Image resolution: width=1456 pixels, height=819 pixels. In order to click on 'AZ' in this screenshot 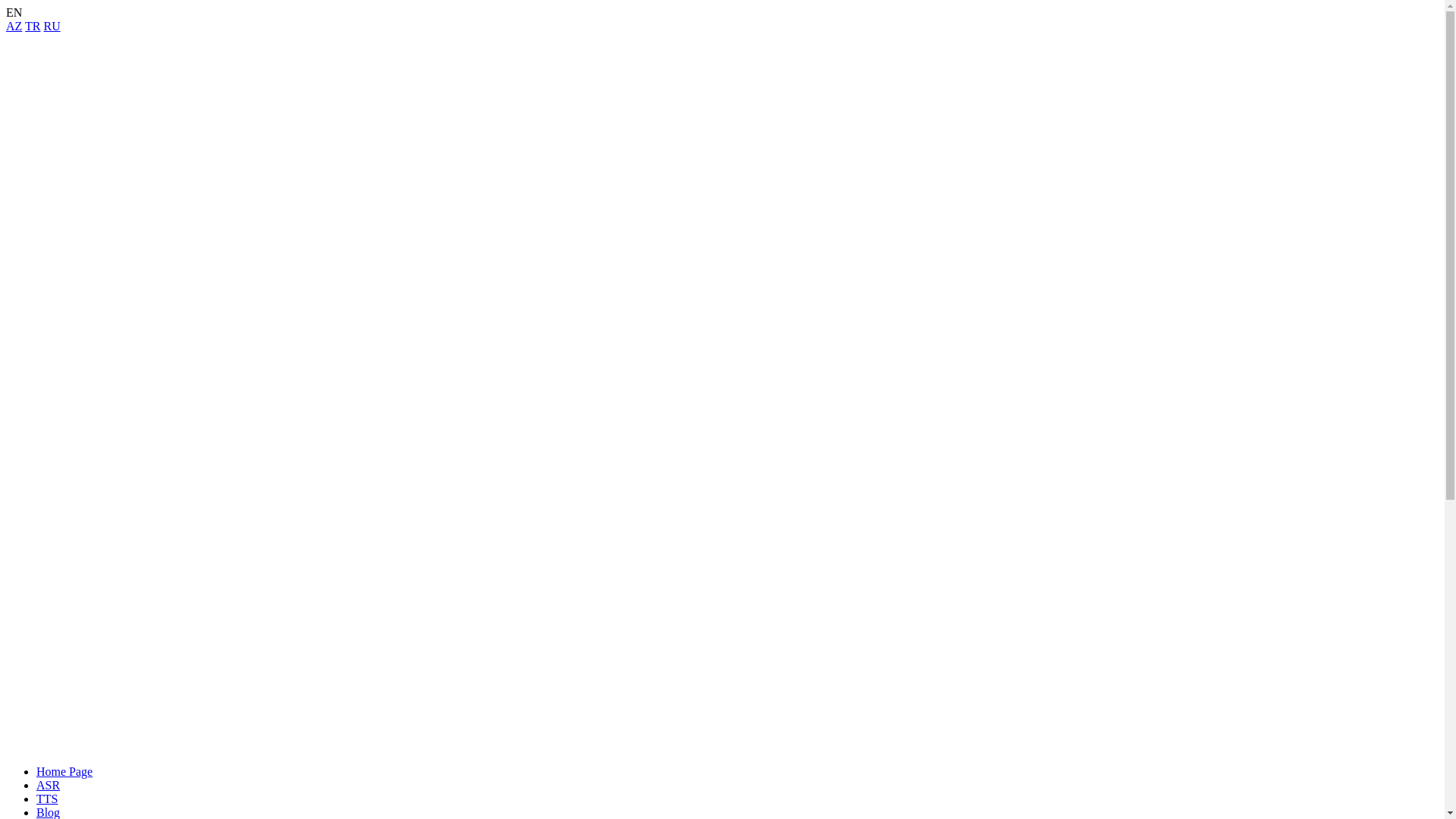, I will do `click(6, 26)`.